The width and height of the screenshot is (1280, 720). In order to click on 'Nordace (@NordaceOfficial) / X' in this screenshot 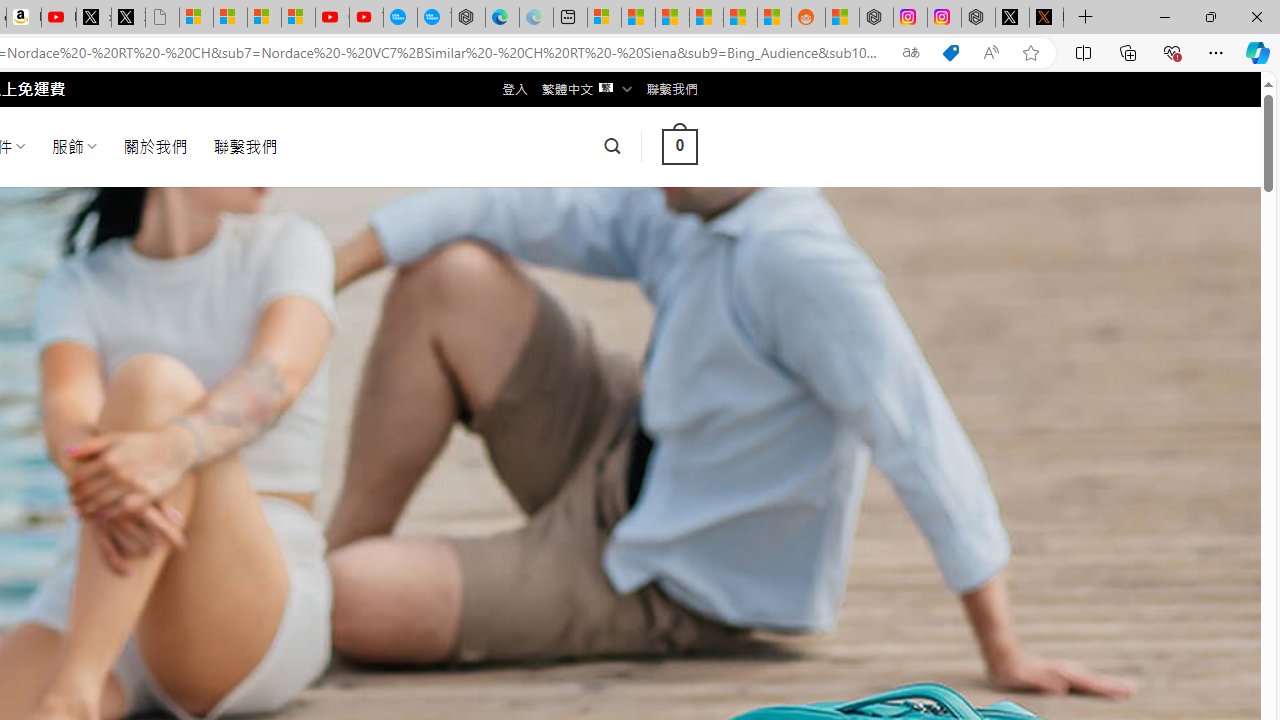, I will do `click(1012, 17)`.